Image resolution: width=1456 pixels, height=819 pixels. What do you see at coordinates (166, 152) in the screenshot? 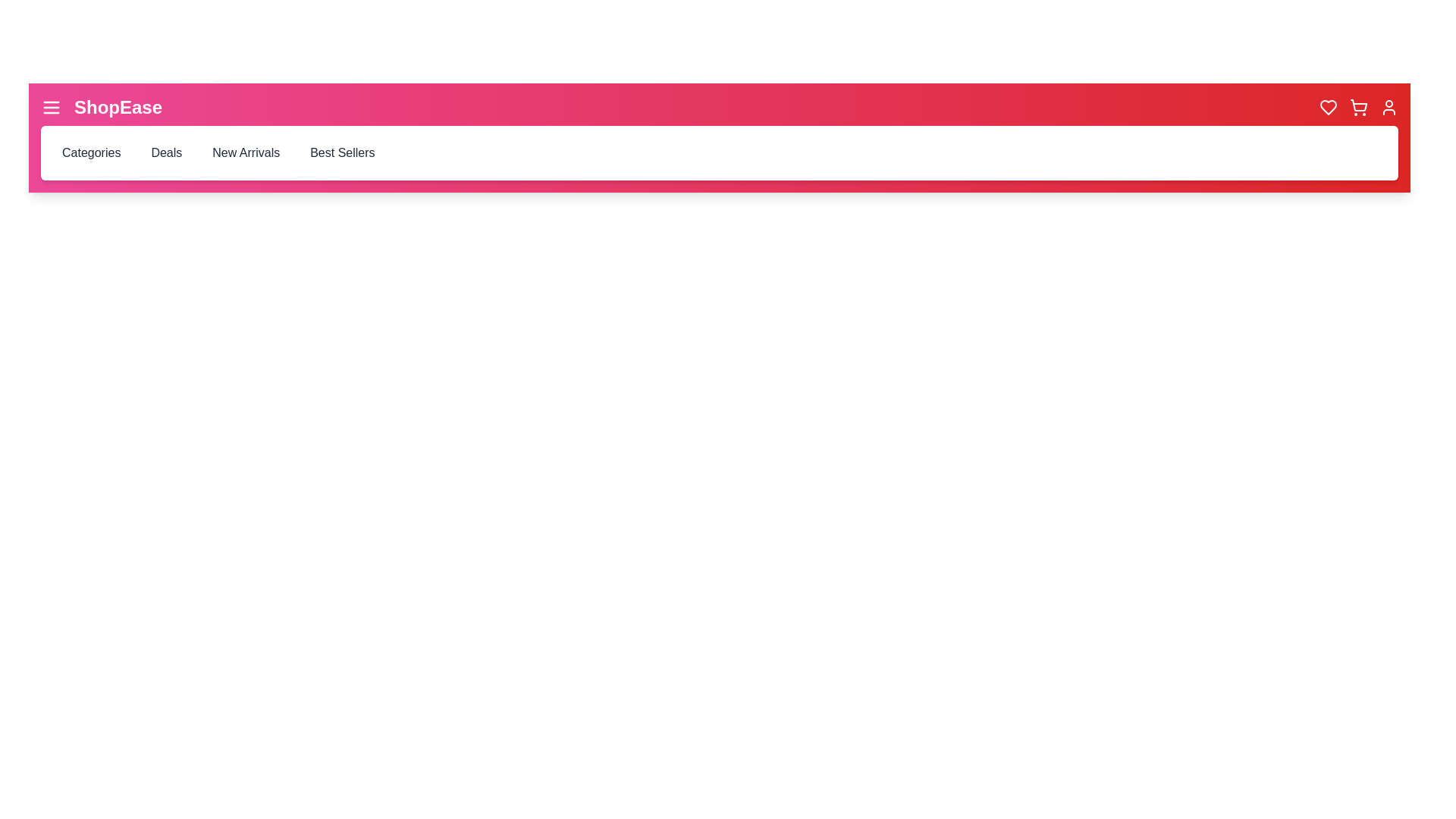
I see `the 'Deals' button in the navigation bar` at bounding box center [166, 152].